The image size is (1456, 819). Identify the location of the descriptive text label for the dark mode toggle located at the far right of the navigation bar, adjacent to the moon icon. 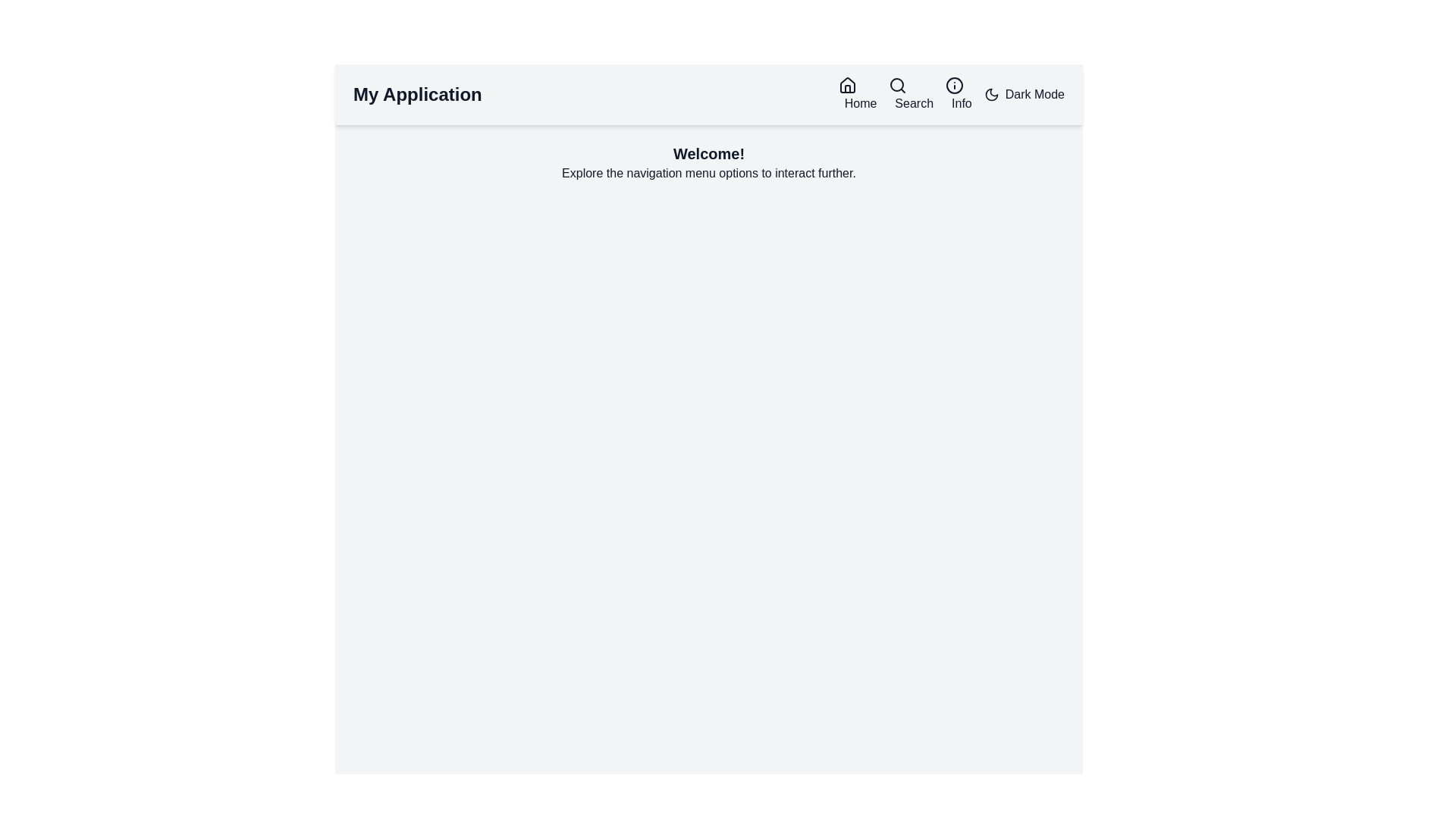
(1034, 94).